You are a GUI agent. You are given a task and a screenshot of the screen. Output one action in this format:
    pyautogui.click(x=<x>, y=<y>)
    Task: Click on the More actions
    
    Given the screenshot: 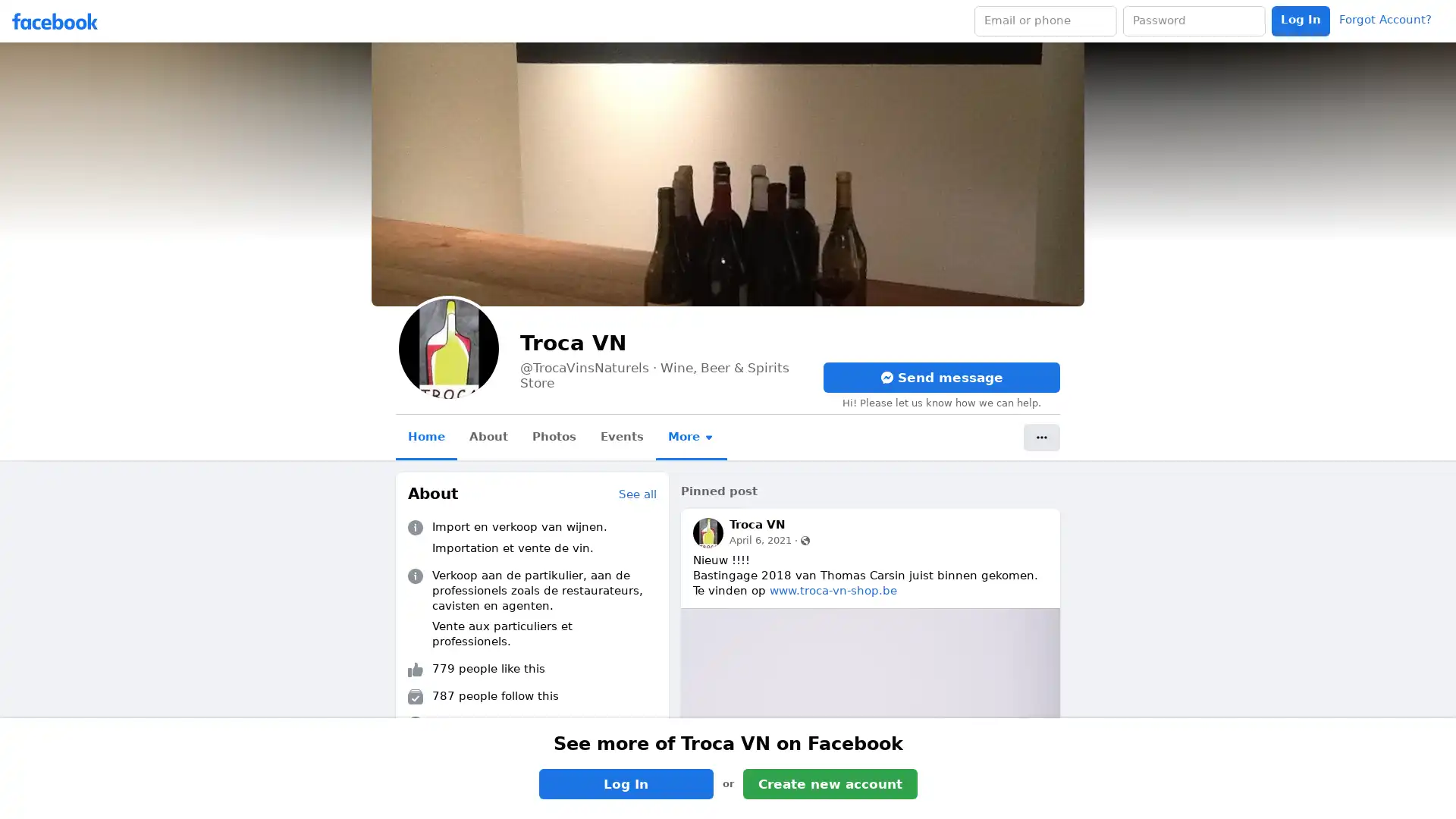 What is the action you would take?
    pyautogui.click(x=1040, y=438)
    